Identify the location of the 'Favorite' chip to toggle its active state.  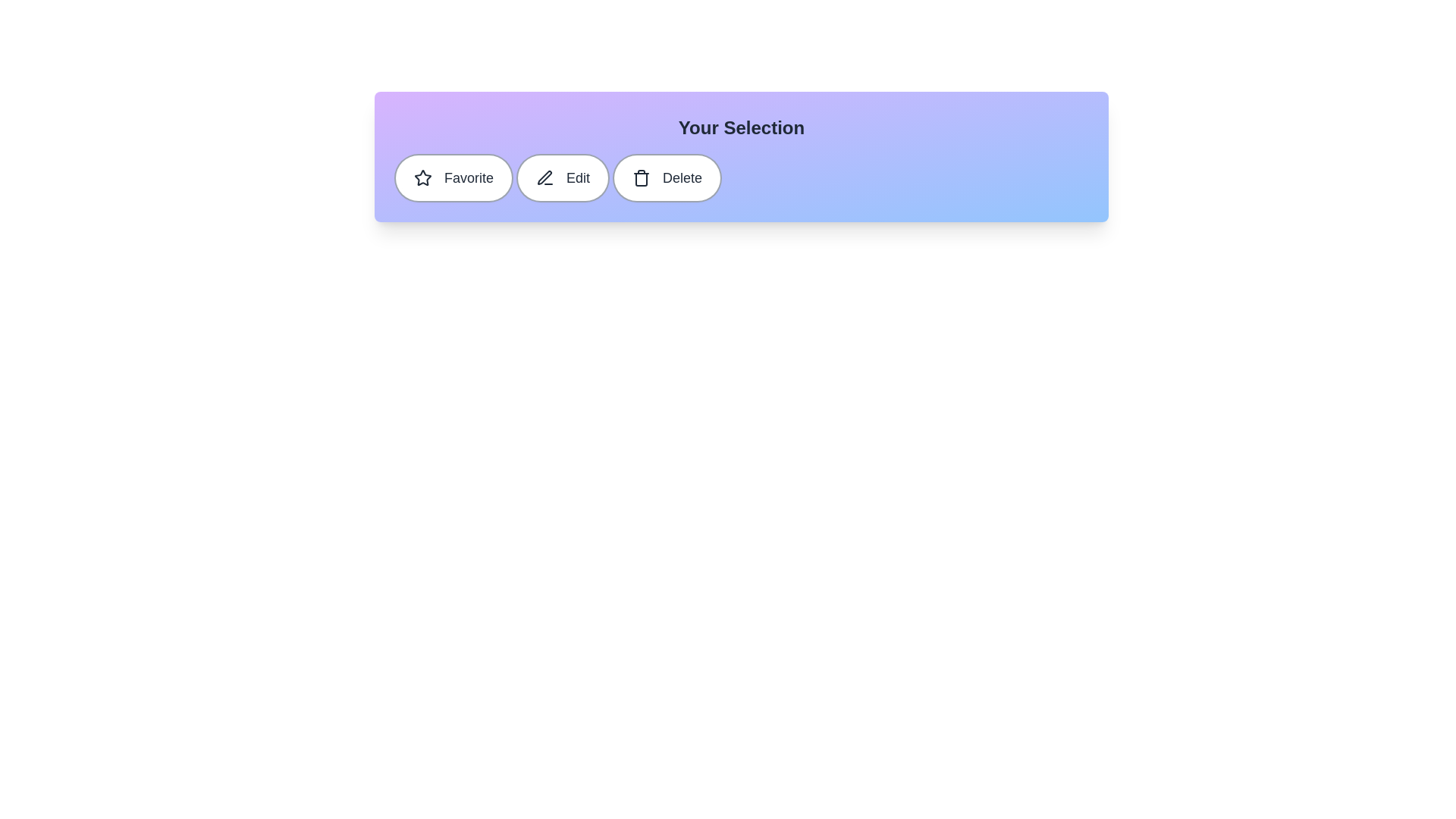
(453, 177).